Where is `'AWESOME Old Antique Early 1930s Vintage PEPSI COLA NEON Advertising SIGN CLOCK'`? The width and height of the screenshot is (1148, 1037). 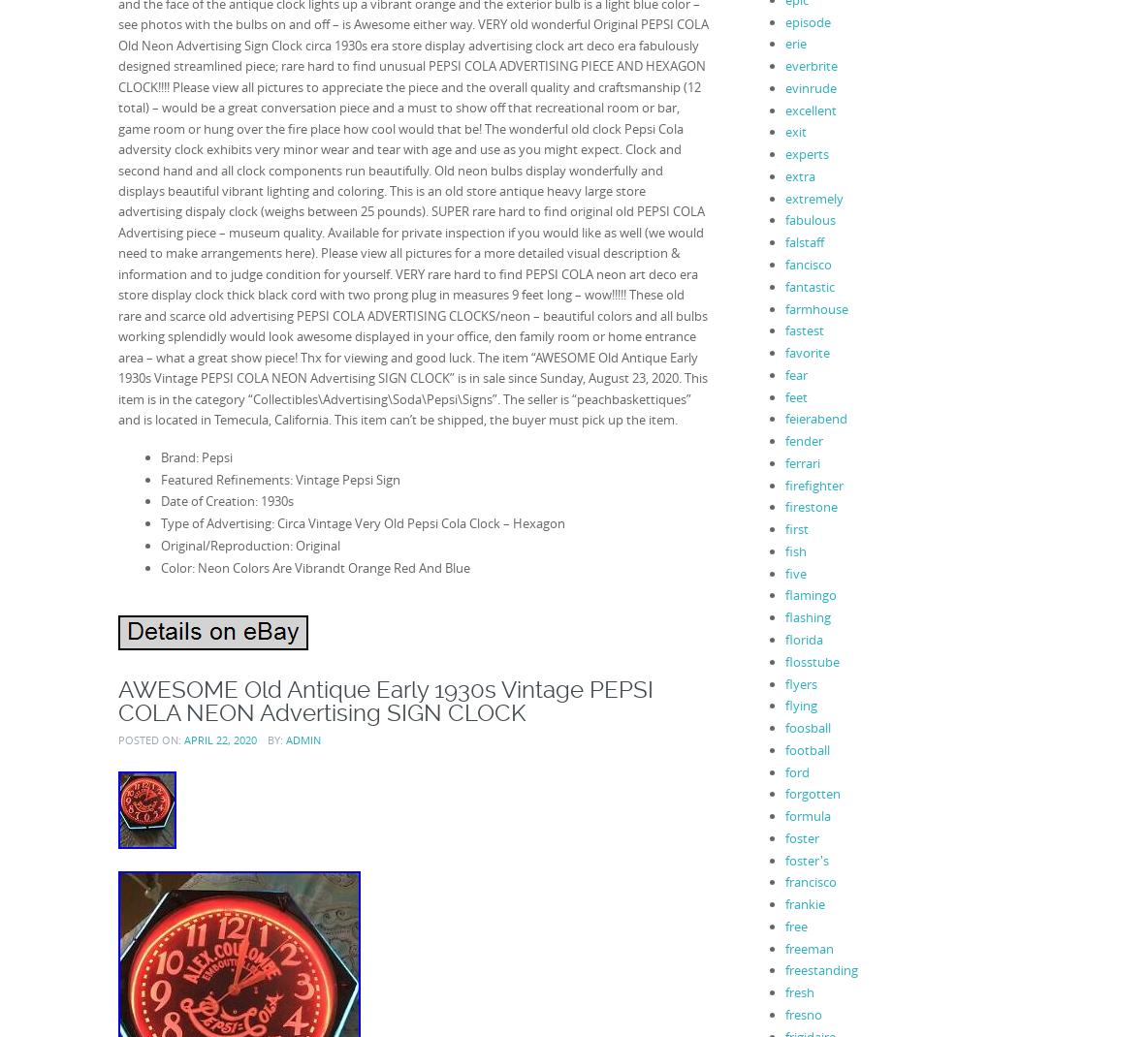
'AWESOME Old Antique Early 1930s Vintage PEPSI COLA NEON Advertising SIGN CLOCK' is located at coordinates (117, 700).